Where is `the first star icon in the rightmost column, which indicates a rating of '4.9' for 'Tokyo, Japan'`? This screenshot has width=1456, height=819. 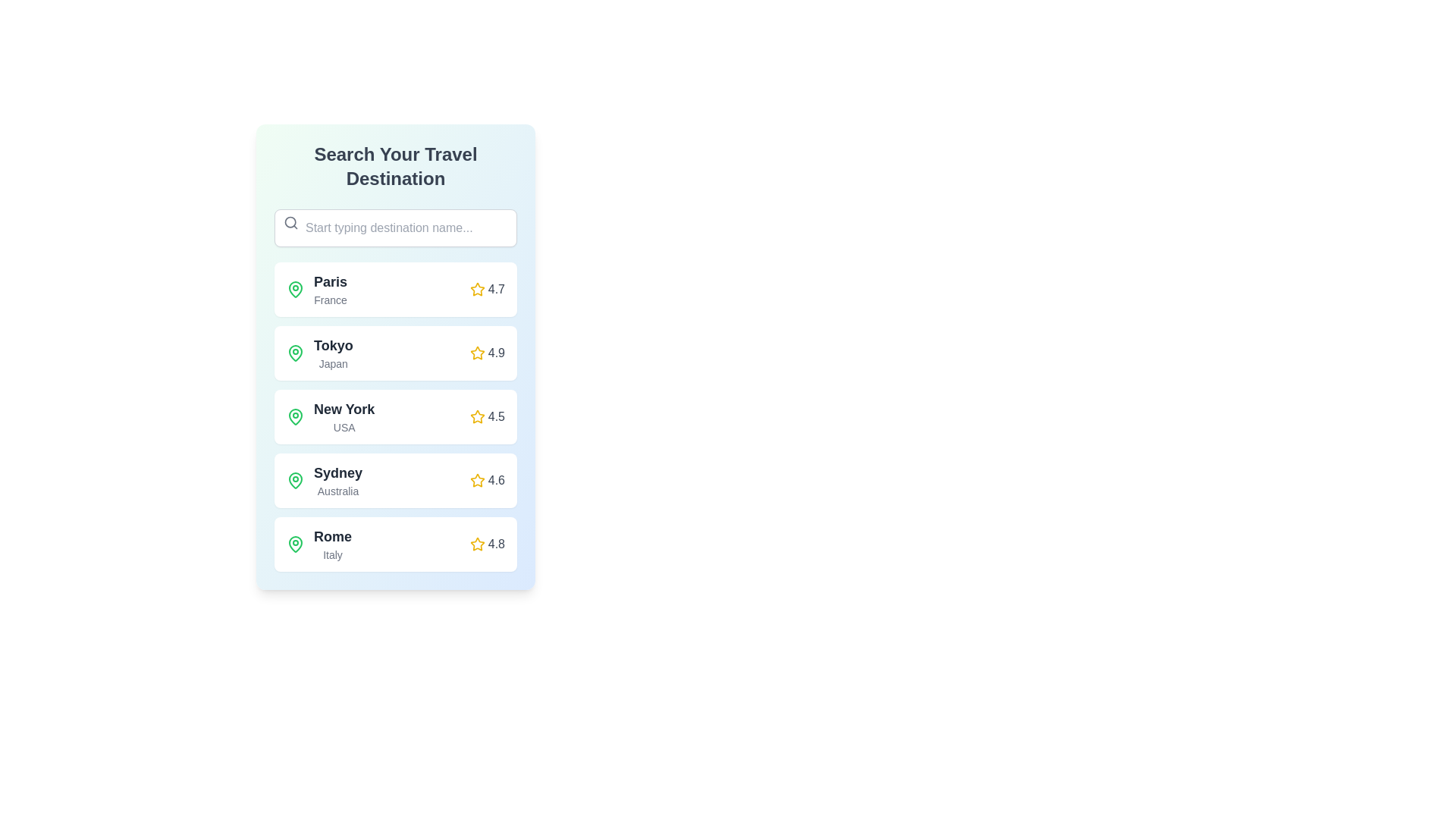
the first star icon in the rightmost column, which indicates a rating of '4.9' for 'Tokyo, Japan' is located at coordinates (476, 289).